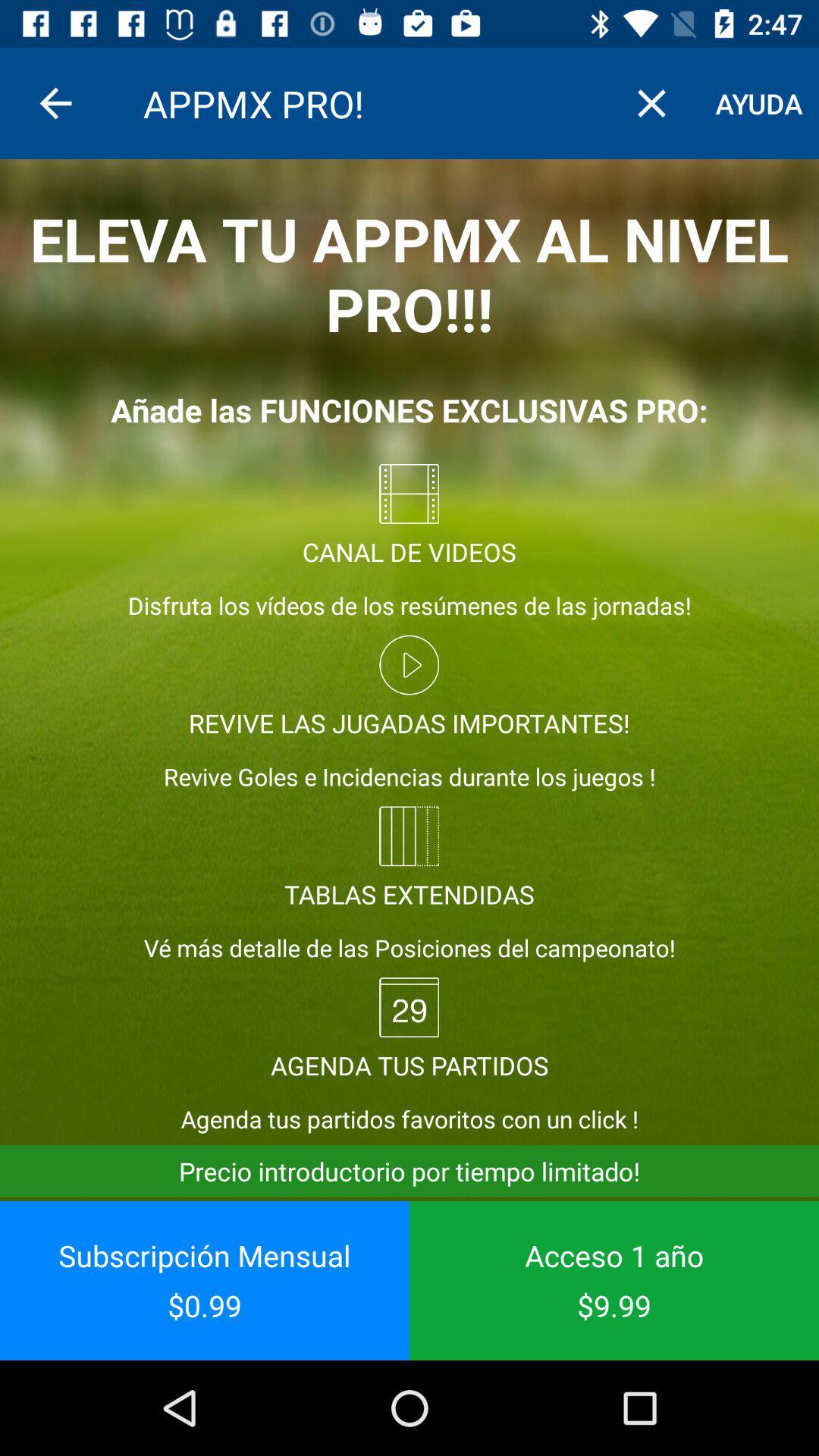  Describe the element at coordinates (651, 102) in the screenshot. I see `icon above eleva tu appmx item` at that location.